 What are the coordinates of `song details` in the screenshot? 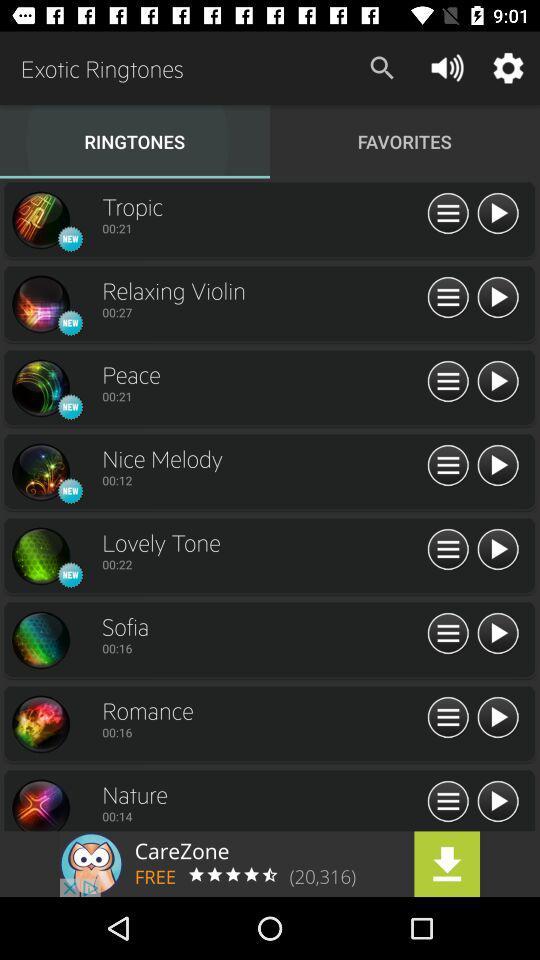 It's located at (448, 381).